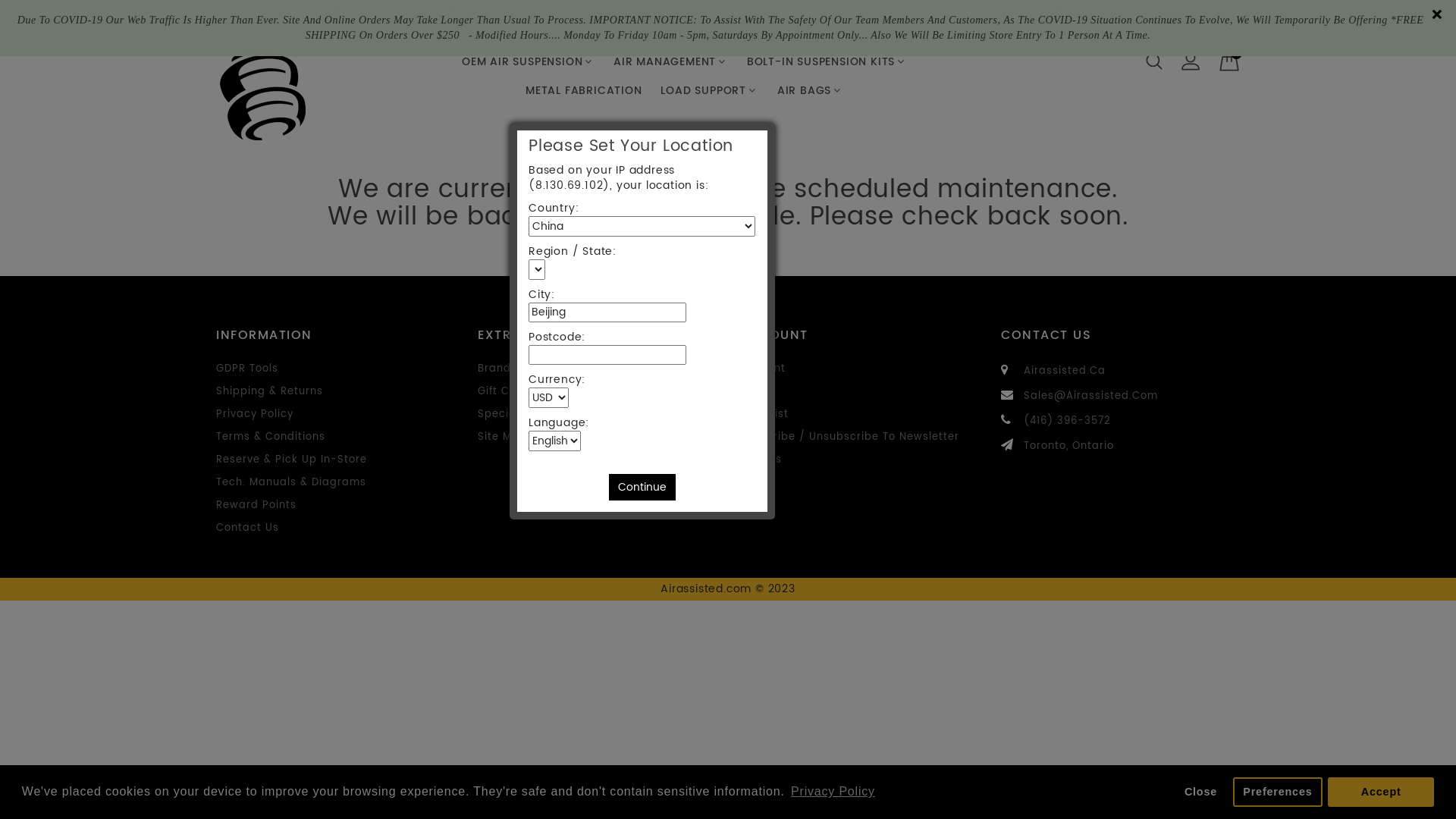  I want to click on 'Continue', so click(642, 487).